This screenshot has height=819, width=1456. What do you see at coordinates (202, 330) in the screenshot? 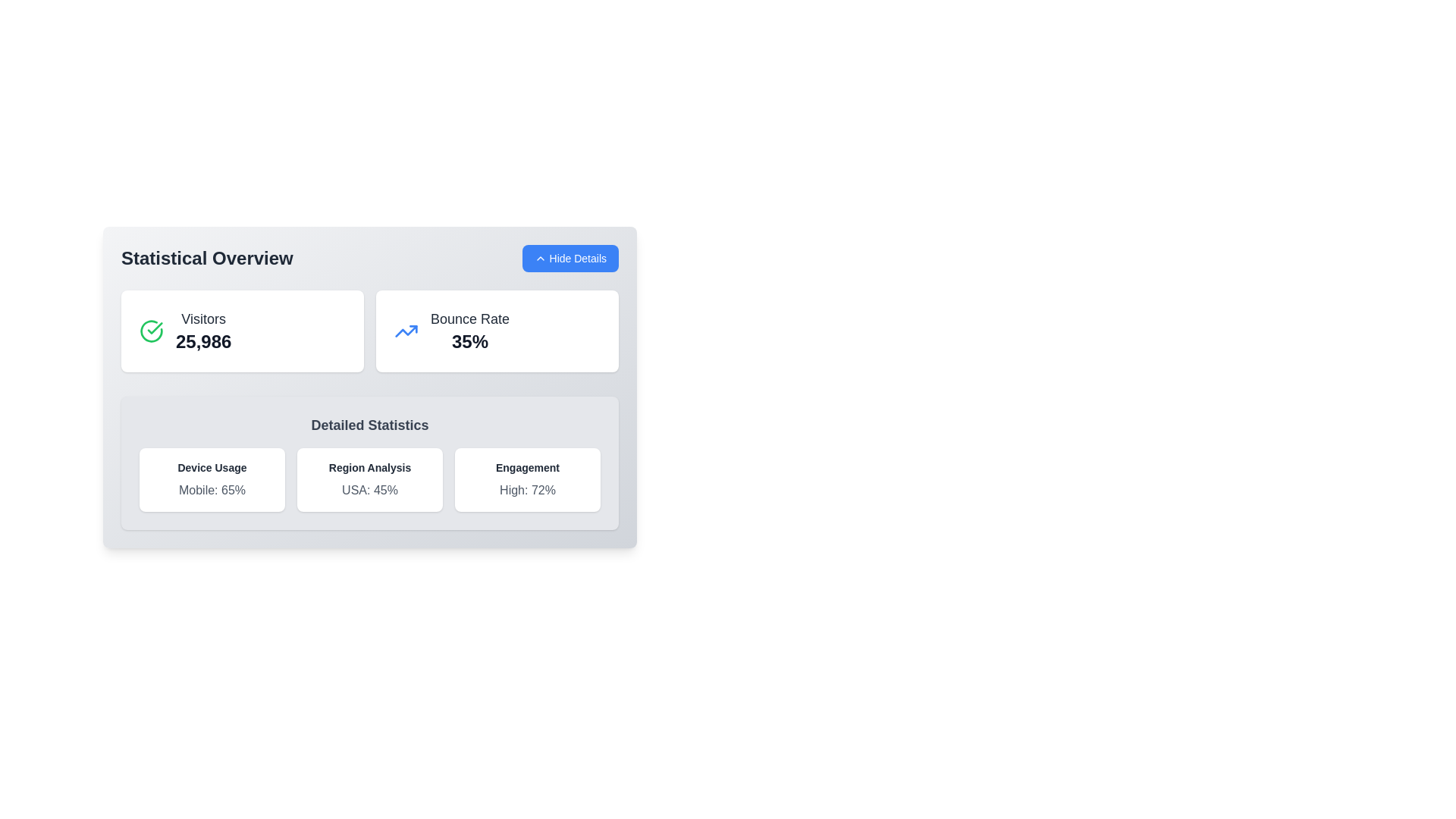
I see `the Information Display showing '25,986' visitors, which is located beneath the label 'Visitors' in a bold font` at bounding box center [202, 330].